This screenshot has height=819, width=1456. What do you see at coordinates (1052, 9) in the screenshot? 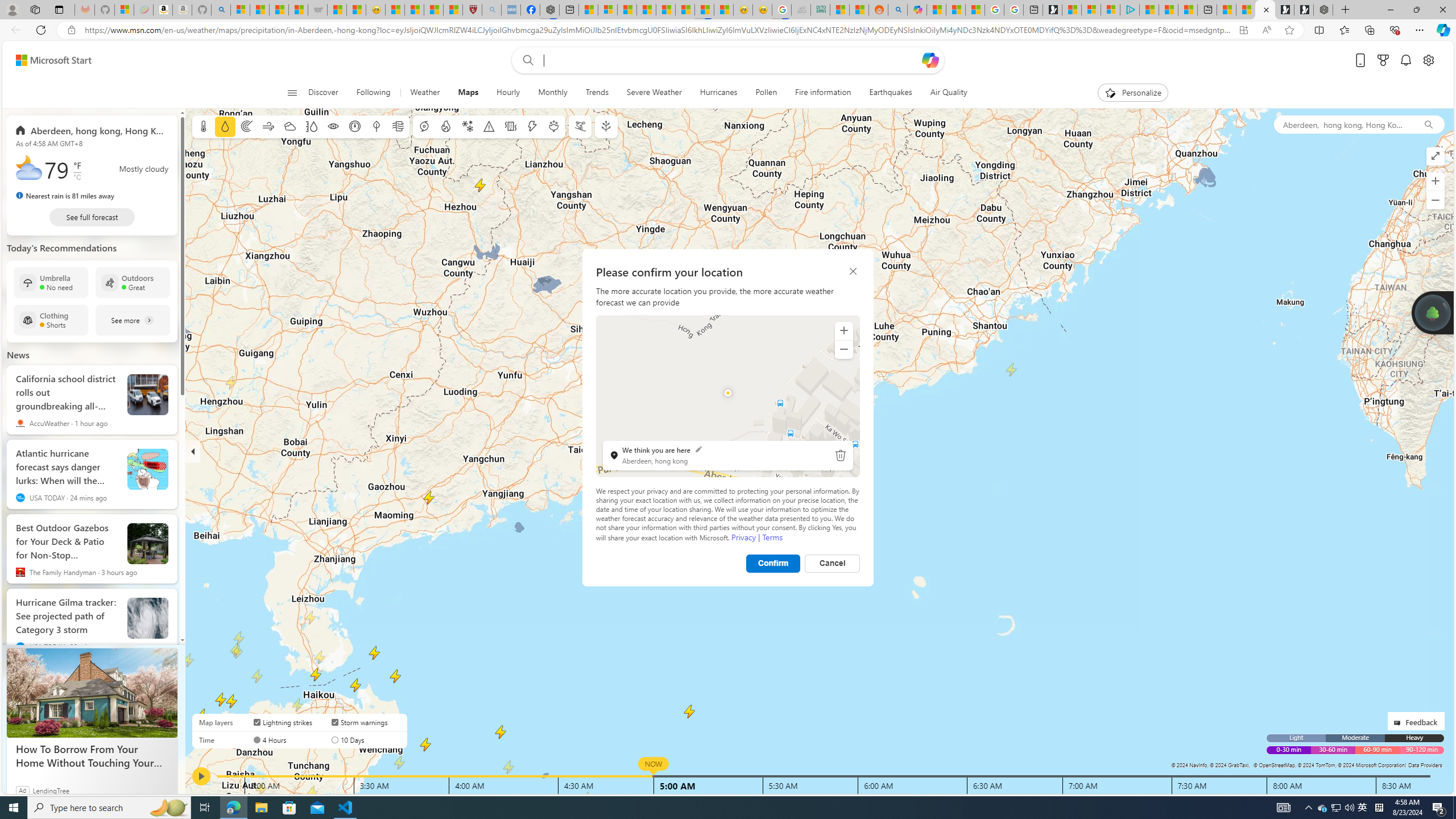
I see `'Microsoft Start Gaming'` at bounding box center [1052, 9].